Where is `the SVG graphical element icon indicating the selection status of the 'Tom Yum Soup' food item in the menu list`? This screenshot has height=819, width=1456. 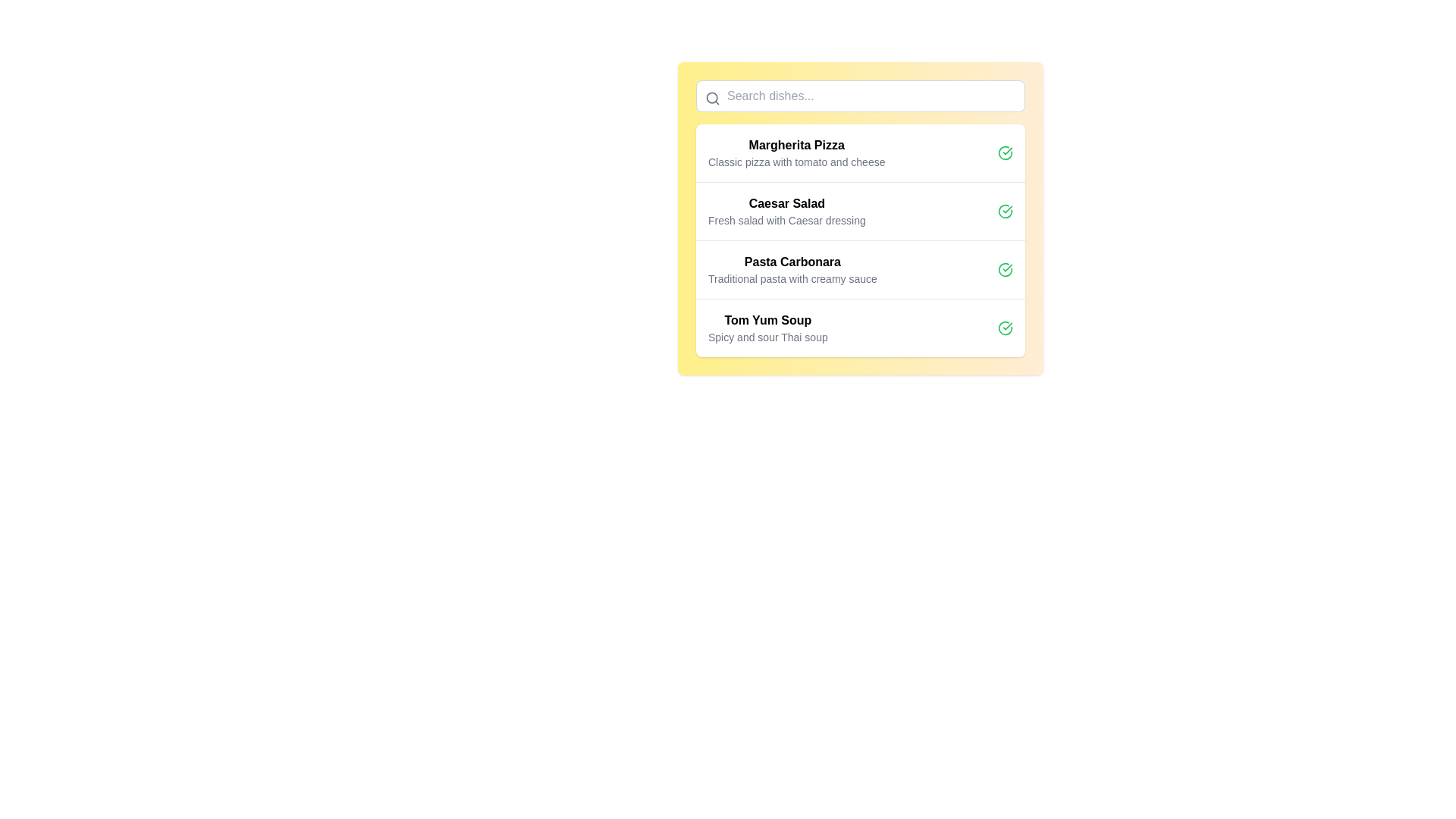
the SVG graphical element icon indicating the selection status of the 'Tom Yum Soup' food item in the menu list is located at coordinates (1005, 327).